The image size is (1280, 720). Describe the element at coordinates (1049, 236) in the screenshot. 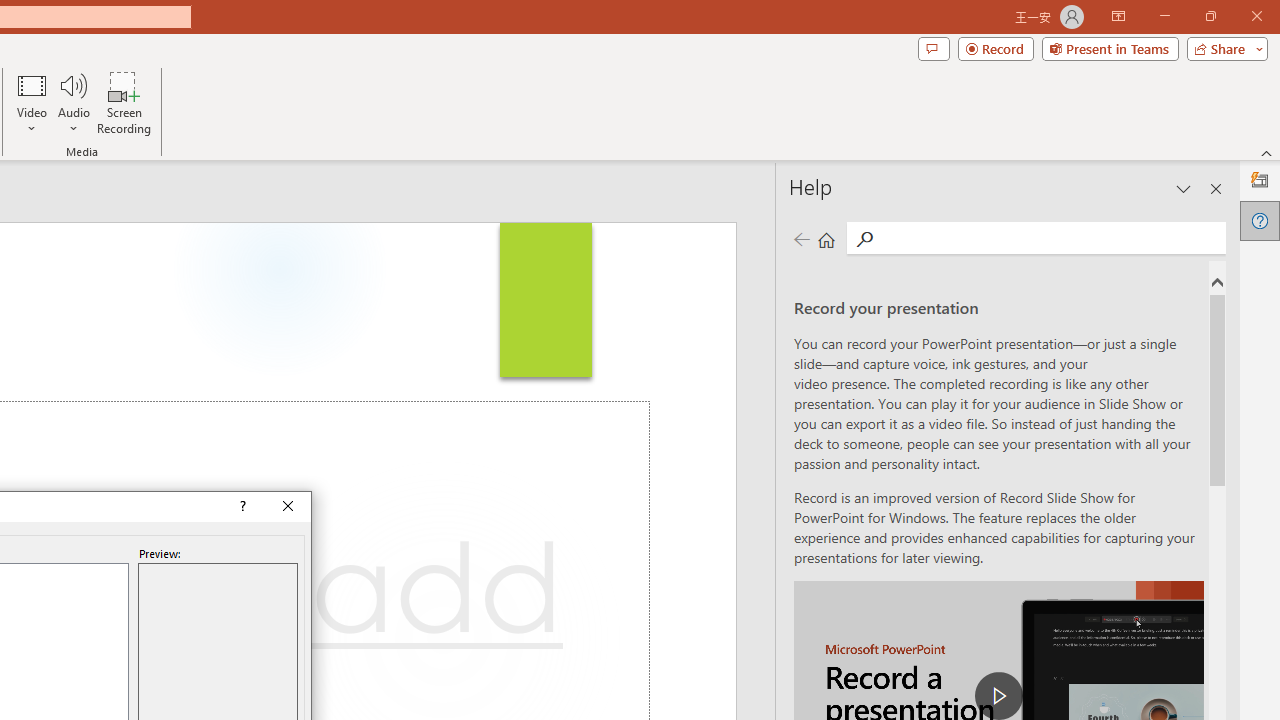

I see `'Search'` at that location.